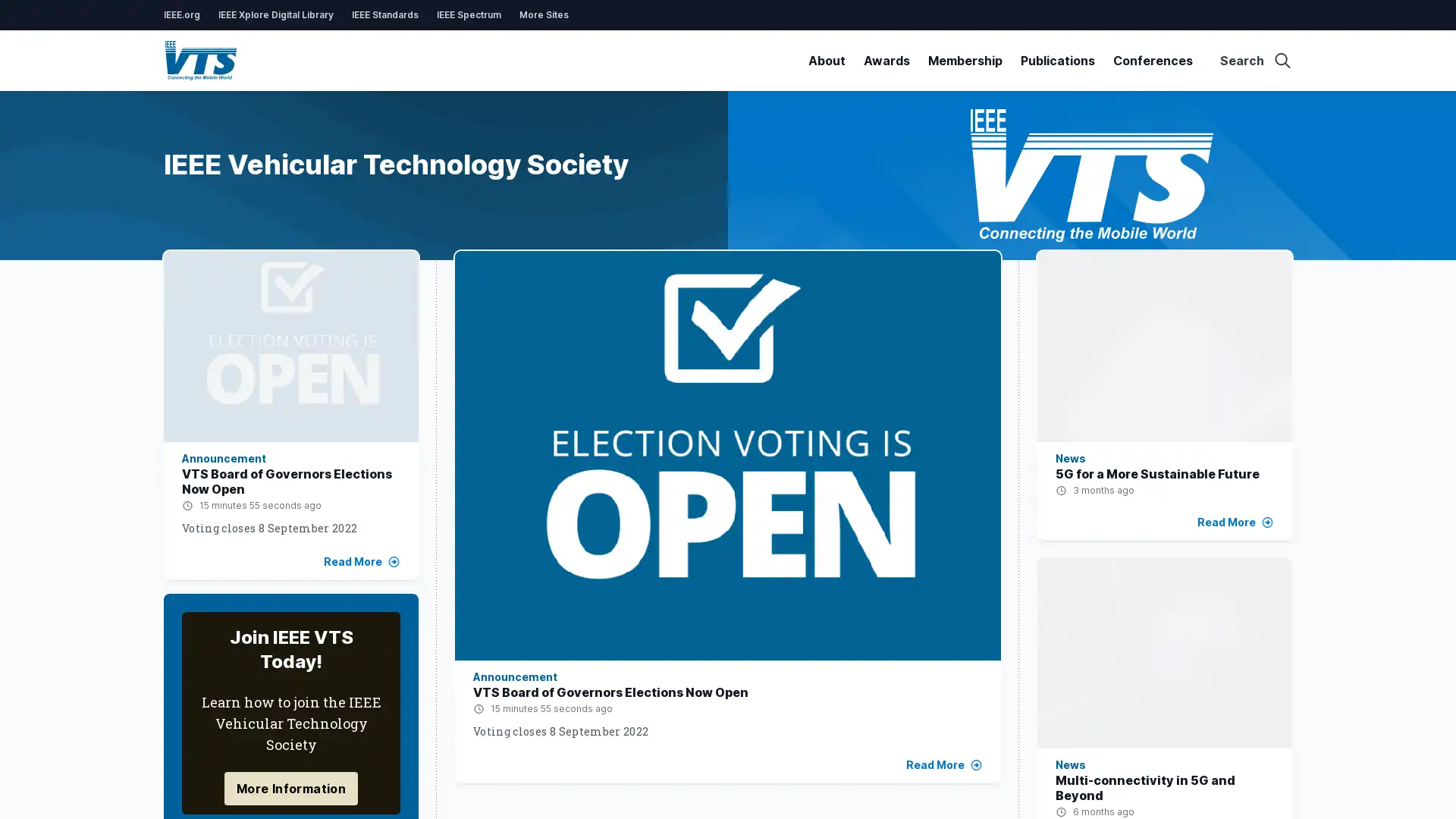  Describe the element at coordinates (826, 60) in the screenshot. I see `About` at that location.